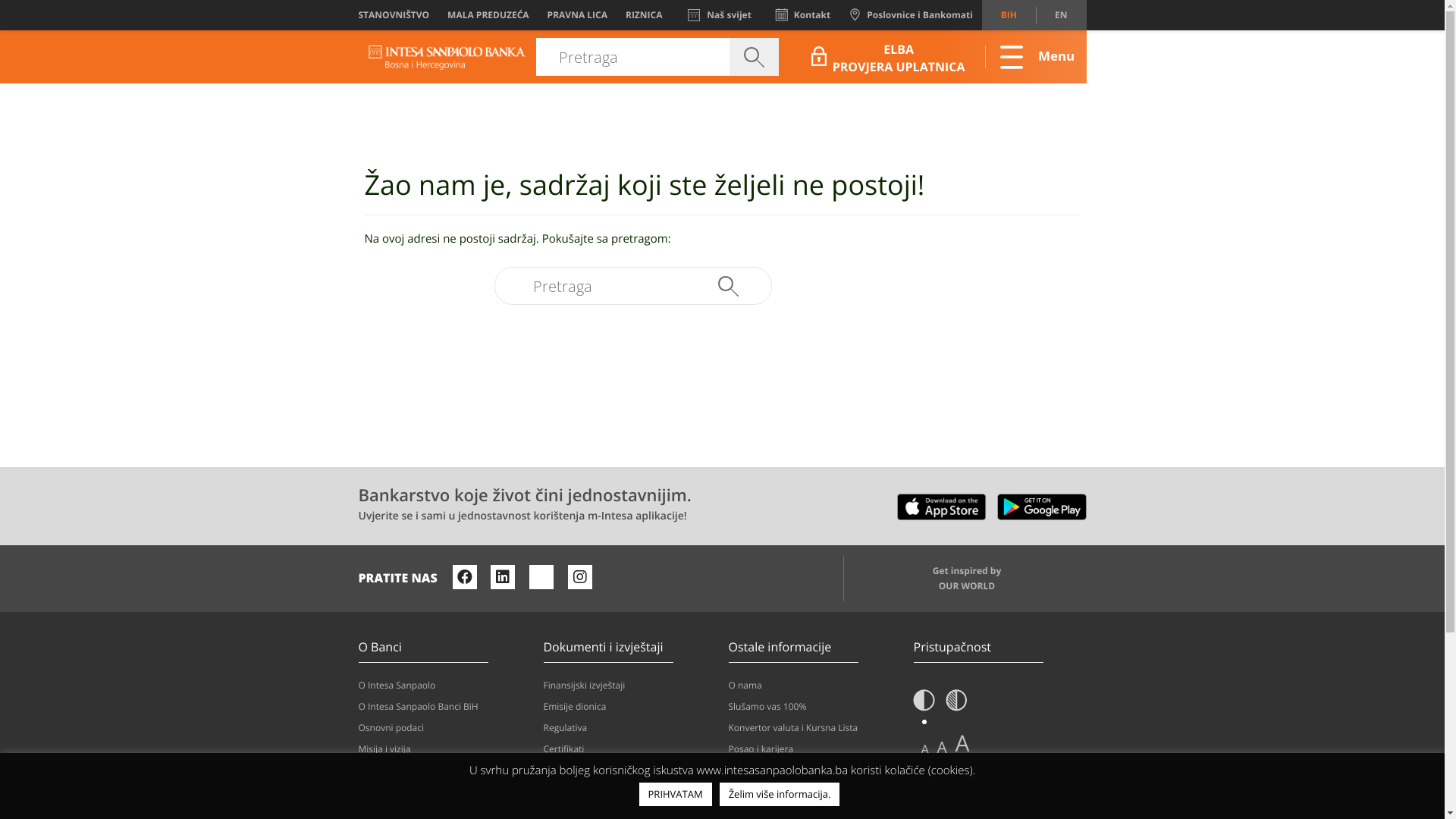  Describe the element at coordinates (443, 748) in the screenshot. I see `'Misija i vizija'` at that location.